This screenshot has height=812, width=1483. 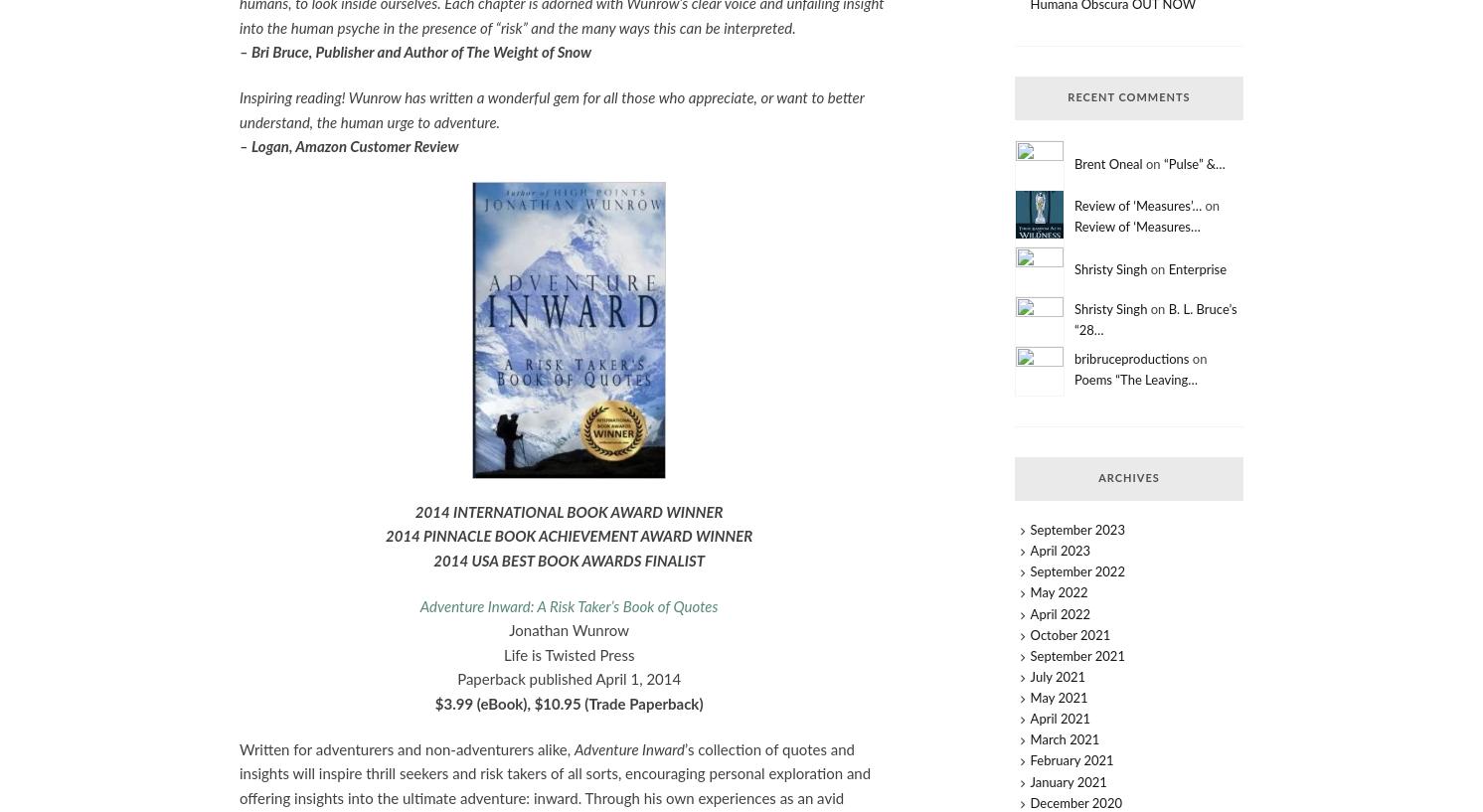 What do you see at coordinates (1129, 358) in the screenshot?
I see `'bribruceproductions'` at bounding box center [1129, 358].